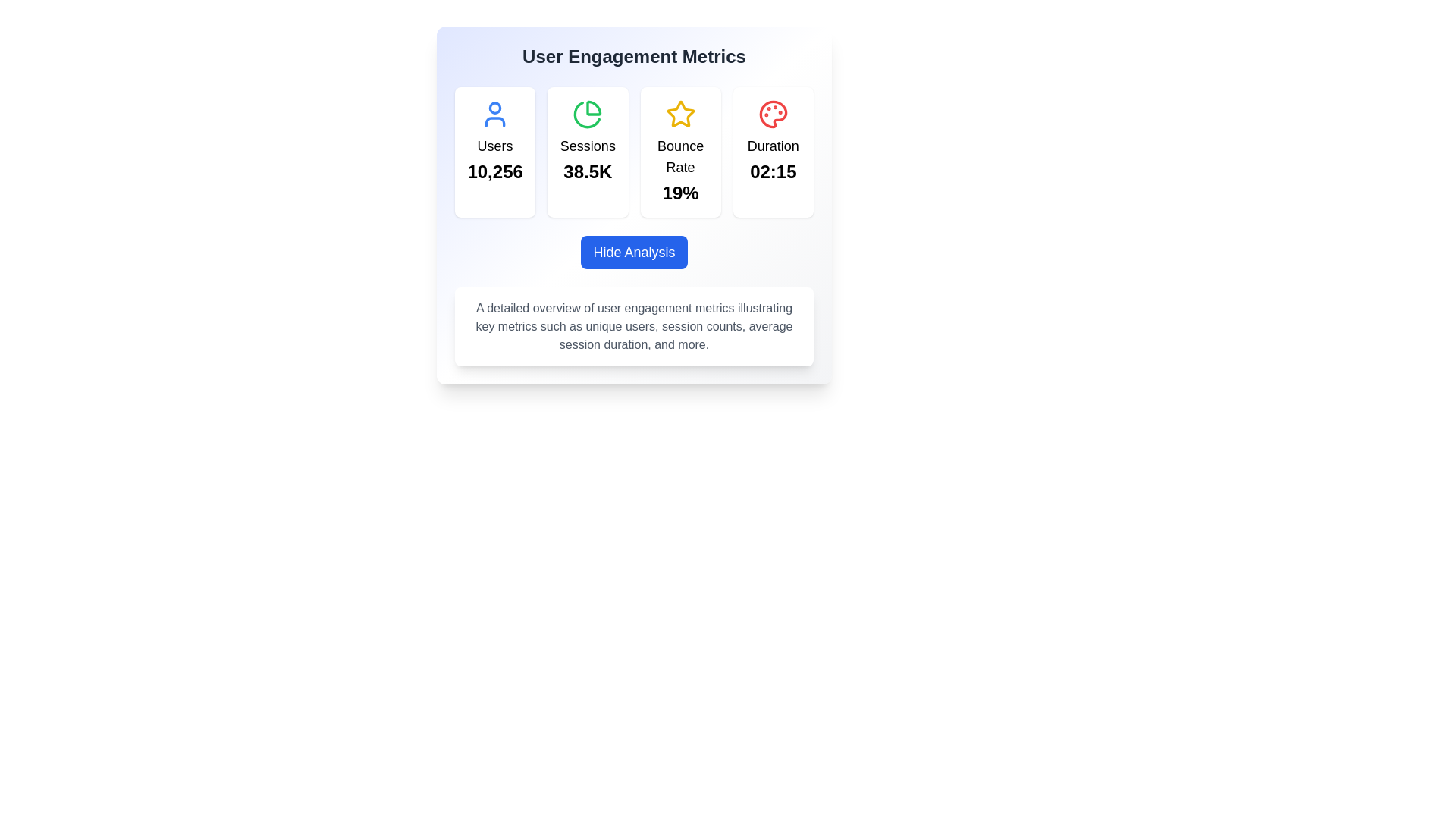 The width and height of the screenshot is (1456, 819). What do you see at coordinates (773, 171) in the screenshot?
I see `the text display showing '02:15' located under the label 'Duration' in the fourth metrics card of 'User Engagement Metrics'` at bounding box center [773, 171].